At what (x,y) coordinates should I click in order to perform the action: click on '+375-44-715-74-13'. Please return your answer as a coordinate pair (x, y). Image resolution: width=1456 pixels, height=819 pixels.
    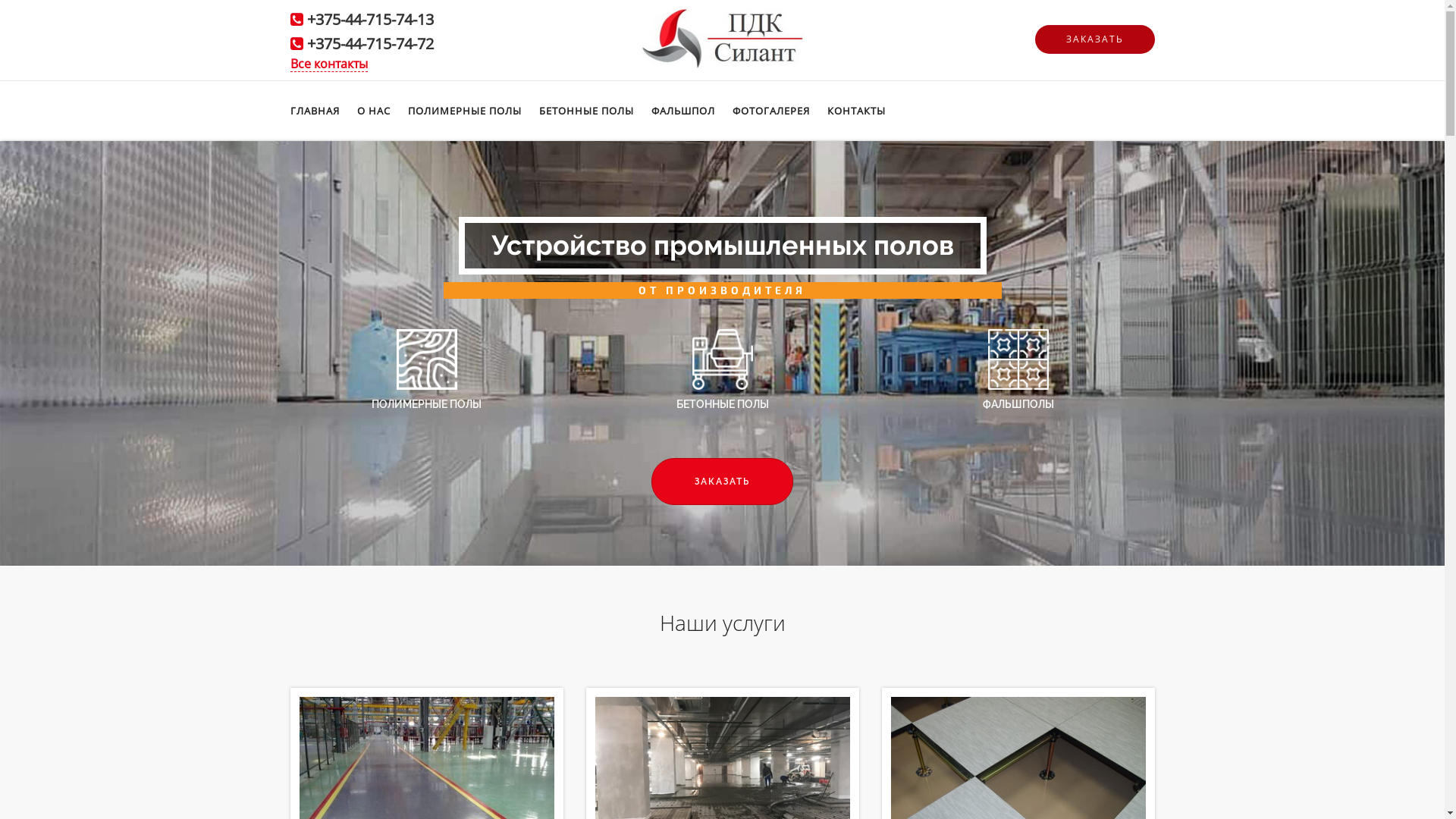
    Looking at the image, I should click on (369, 19).